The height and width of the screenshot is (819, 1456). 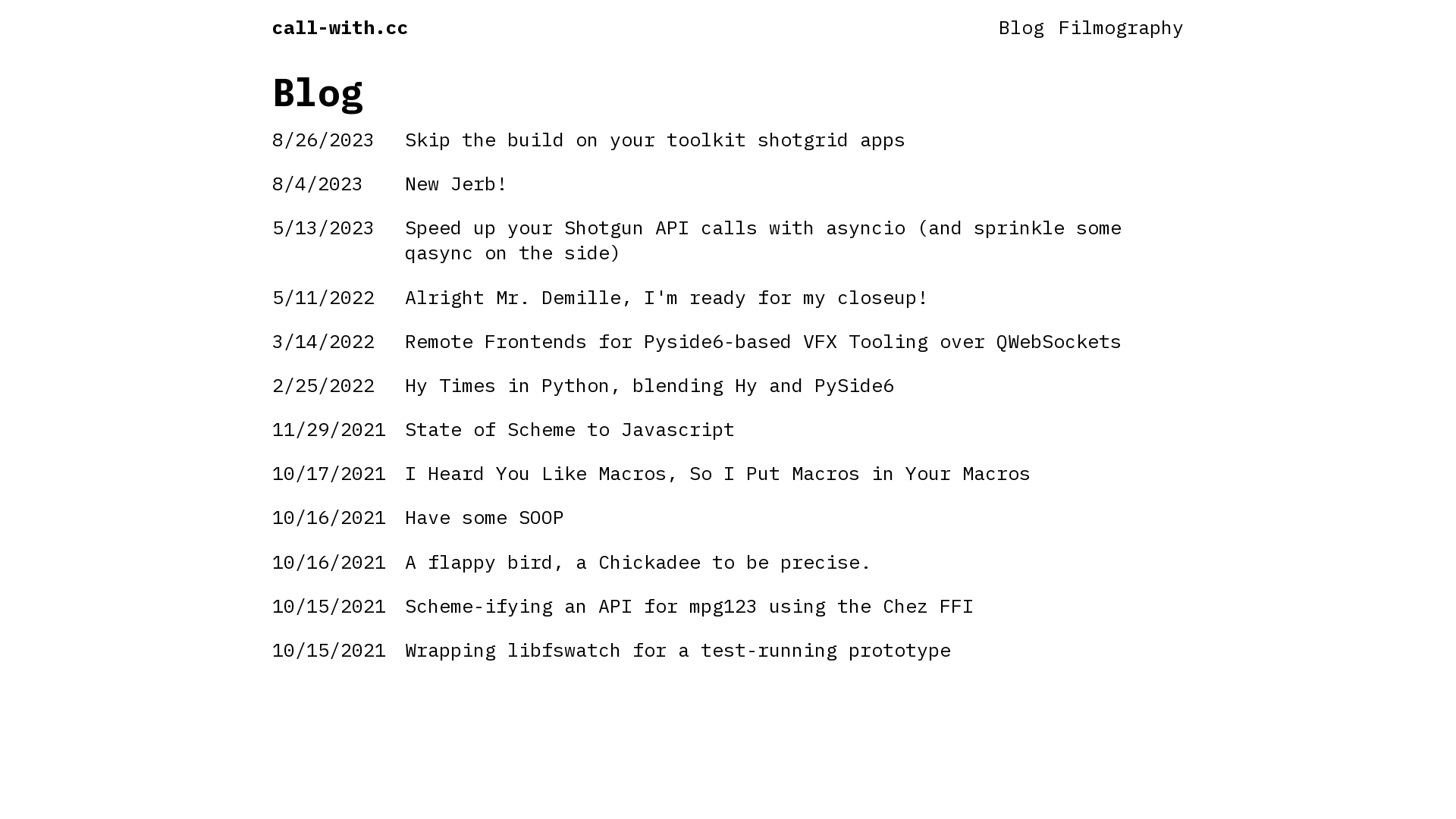 What do you see at coordinates (728, 561) in the screenshot?
I see `'10/16/2021 A flappy bird, a Chickadee to be precise.'` at bounding box center [728, 561].